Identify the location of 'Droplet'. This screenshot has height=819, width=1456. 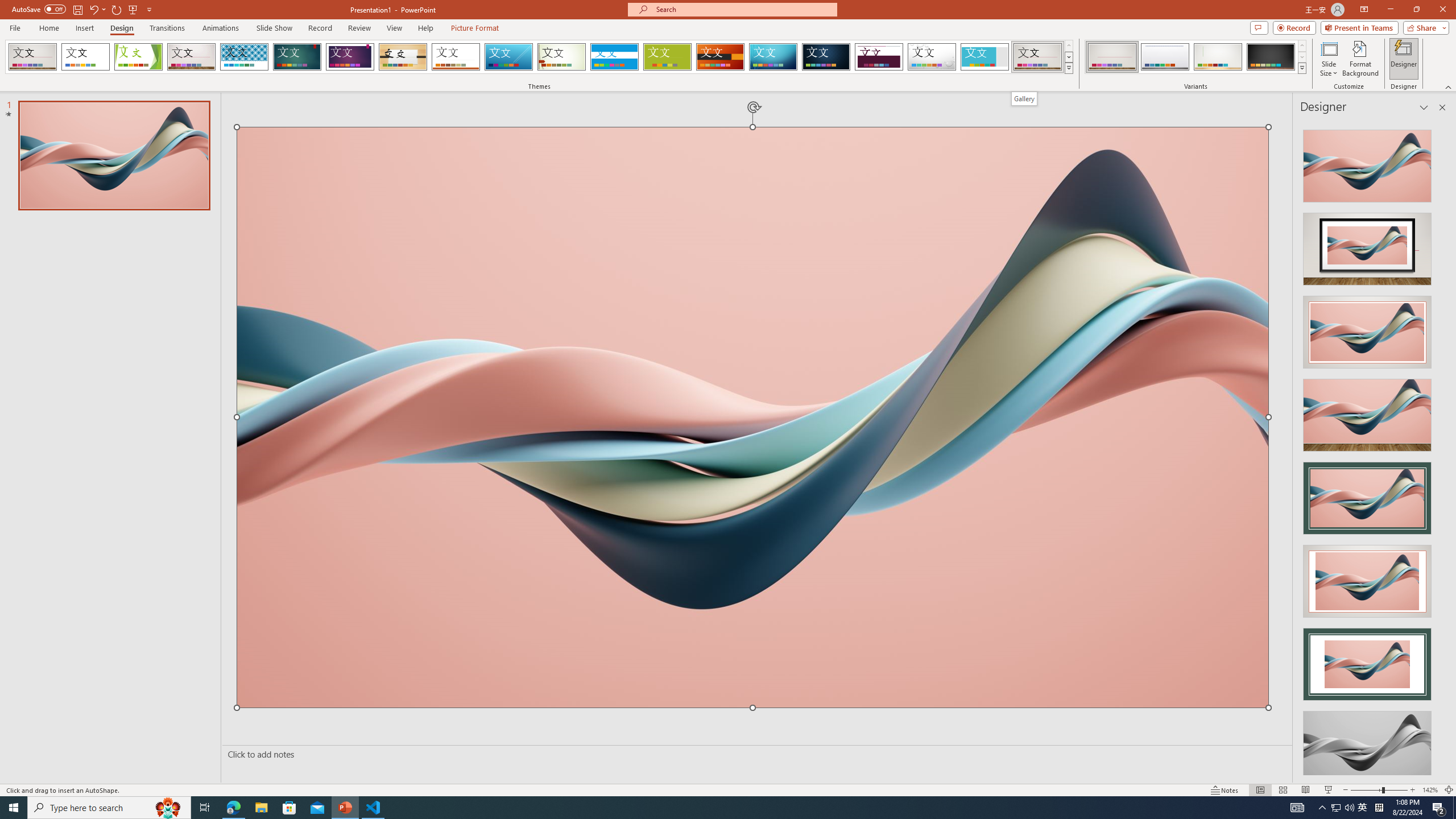
(932, 56).